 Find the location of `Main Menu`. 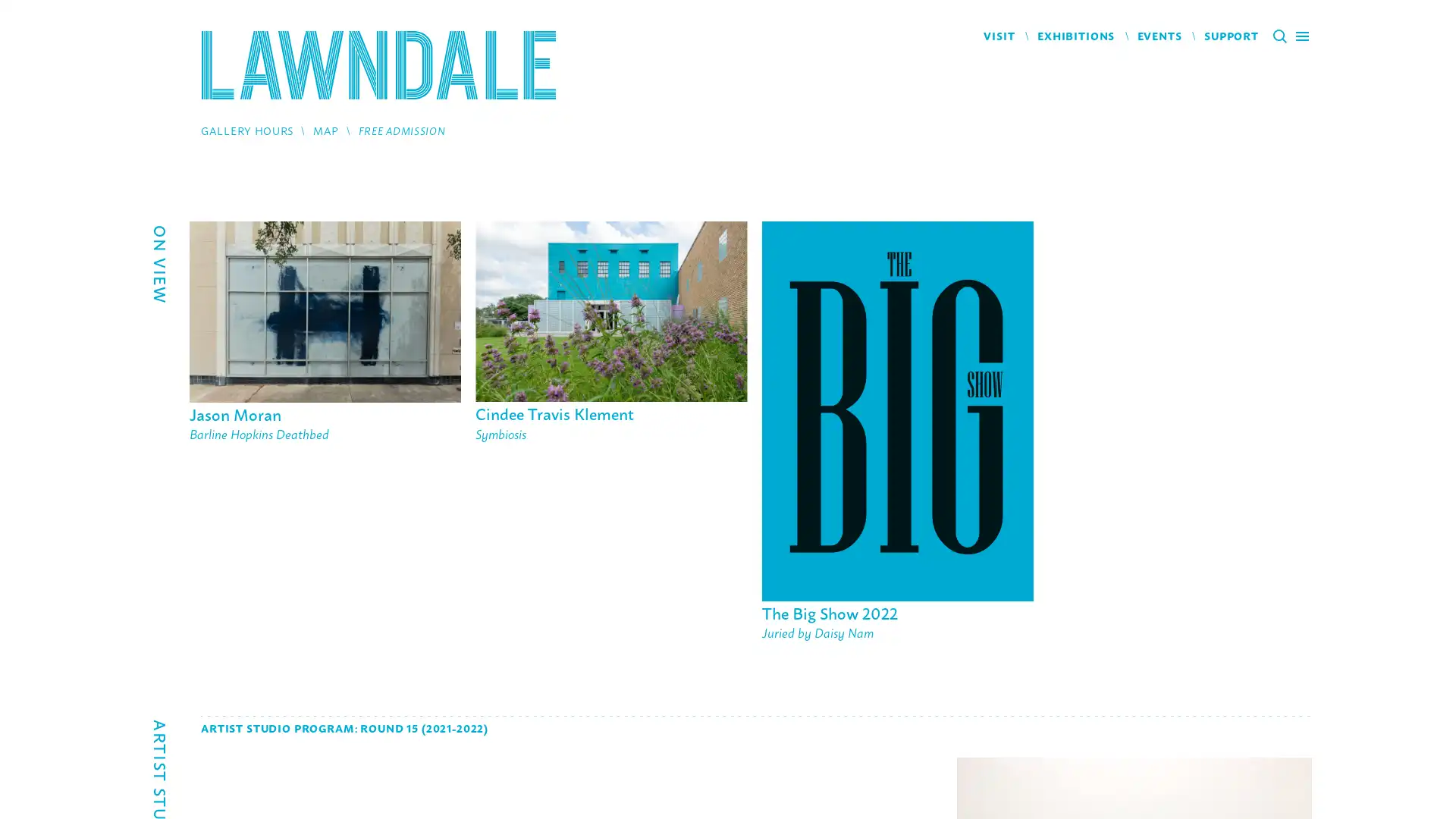

Main Menu is located at coordinates (1301, 35).